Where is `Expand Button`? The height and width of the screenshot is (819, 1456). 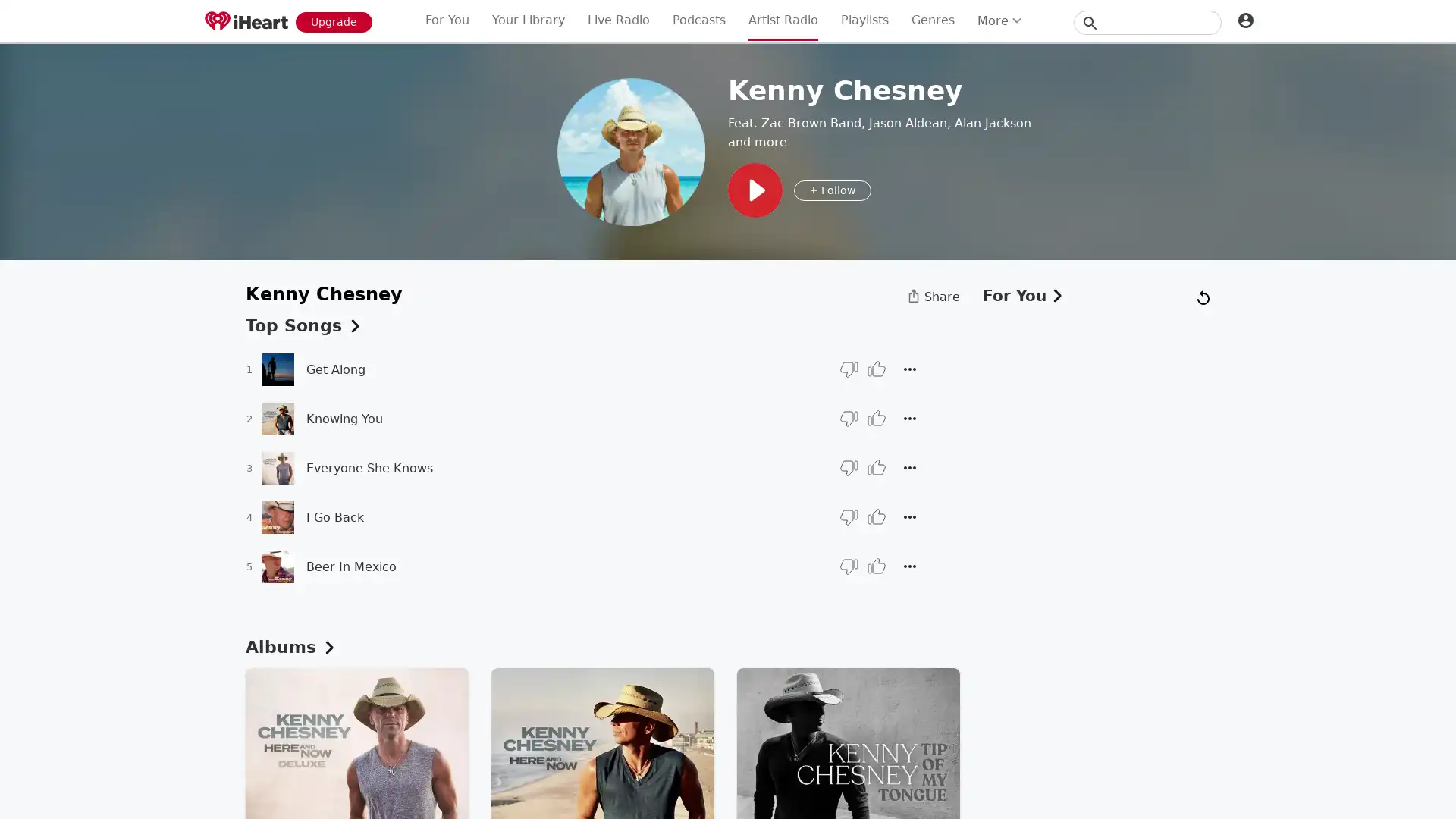
Expand Button is located at coordinates (1429, 789).